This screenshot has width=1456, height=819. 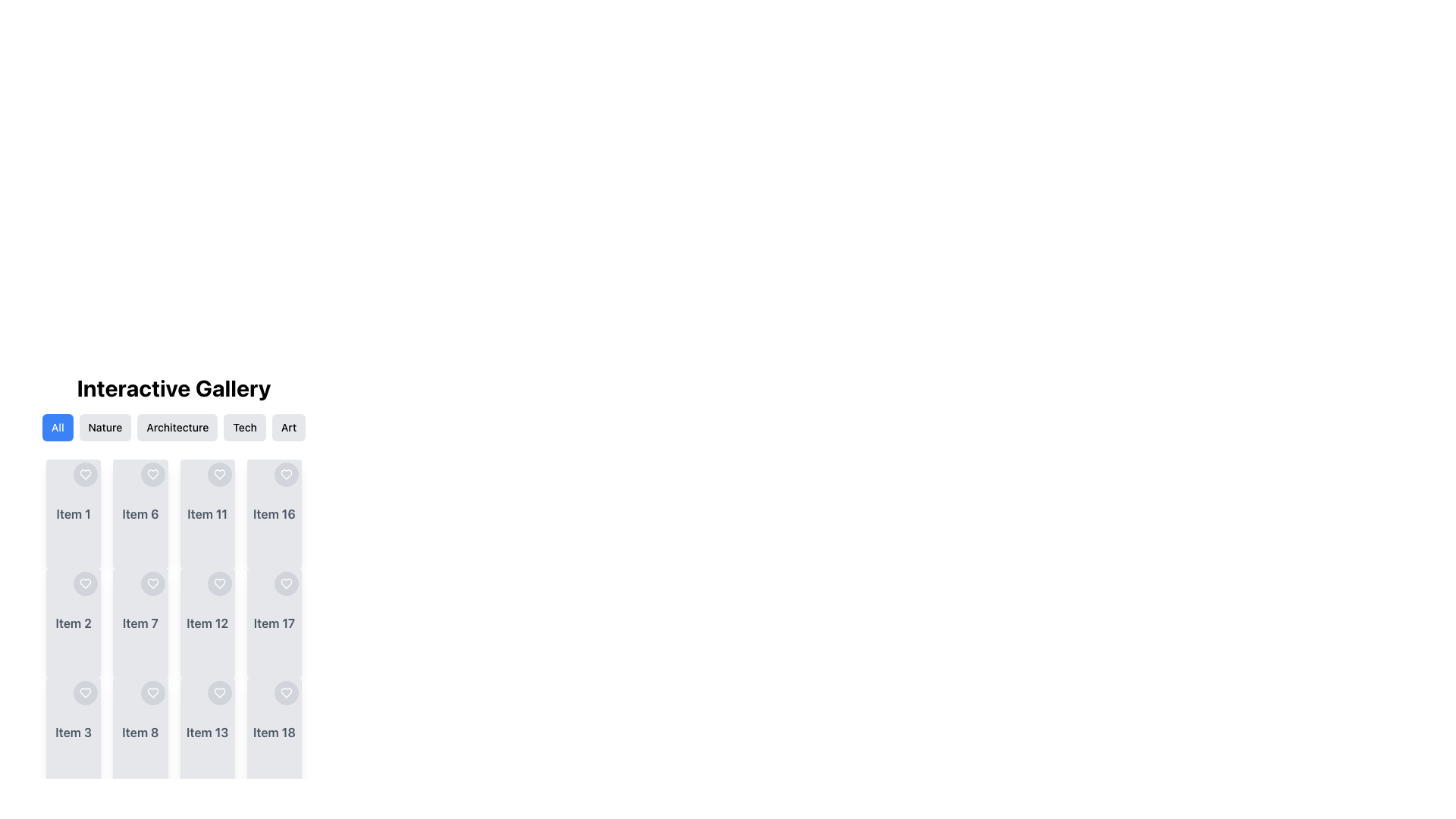 What do you see at coordinates (49, 623) in the screenshot?
I see `the 'View Details' button by clicking on the zoom-in SVG icon located to the left of the button's text` at bounding box center [49, 623].